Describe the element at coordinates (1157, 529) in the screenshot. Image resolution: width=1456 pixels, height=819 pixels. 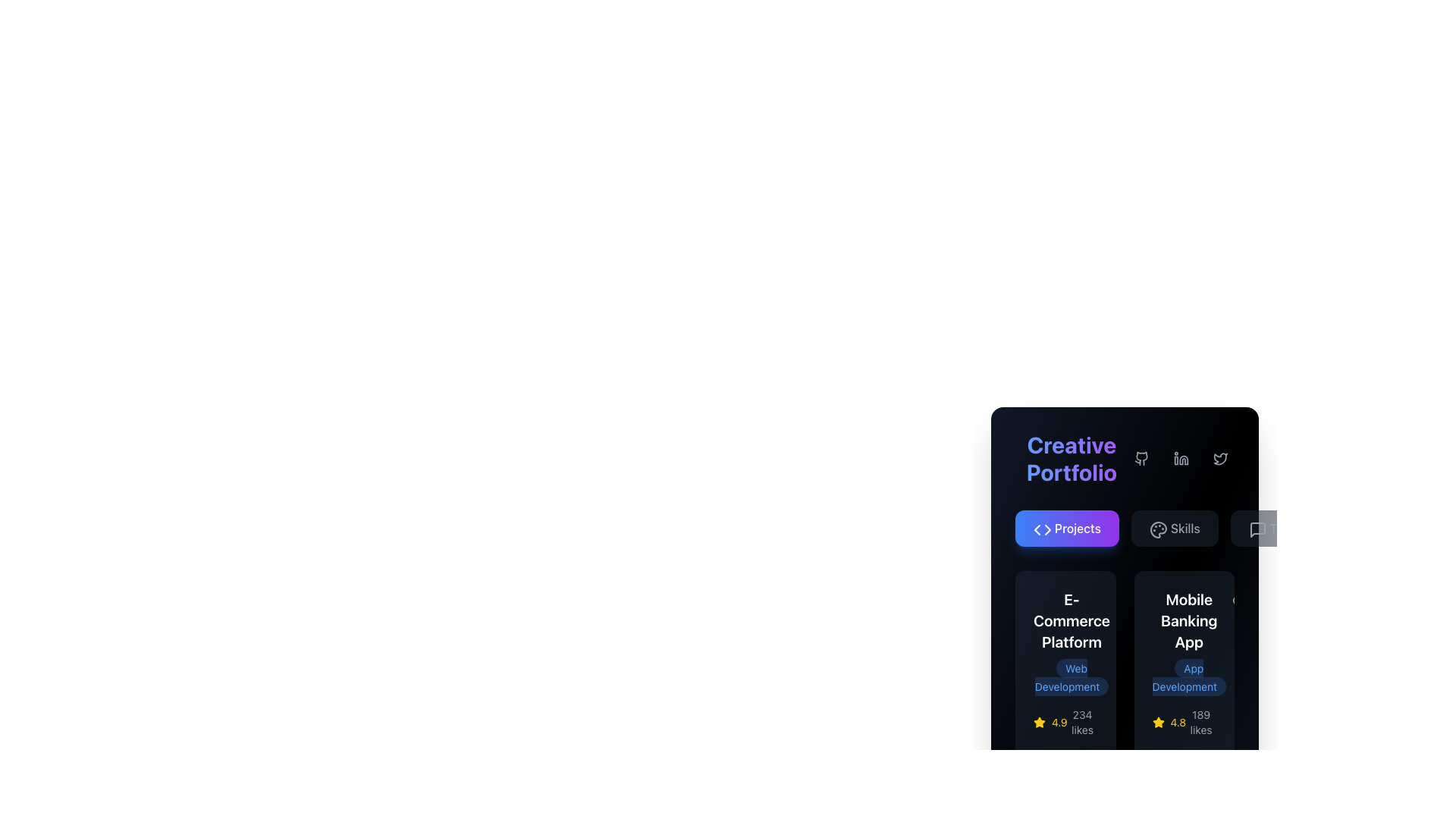
I see `the SVG graphic representing the 'Skills' section` at that location.